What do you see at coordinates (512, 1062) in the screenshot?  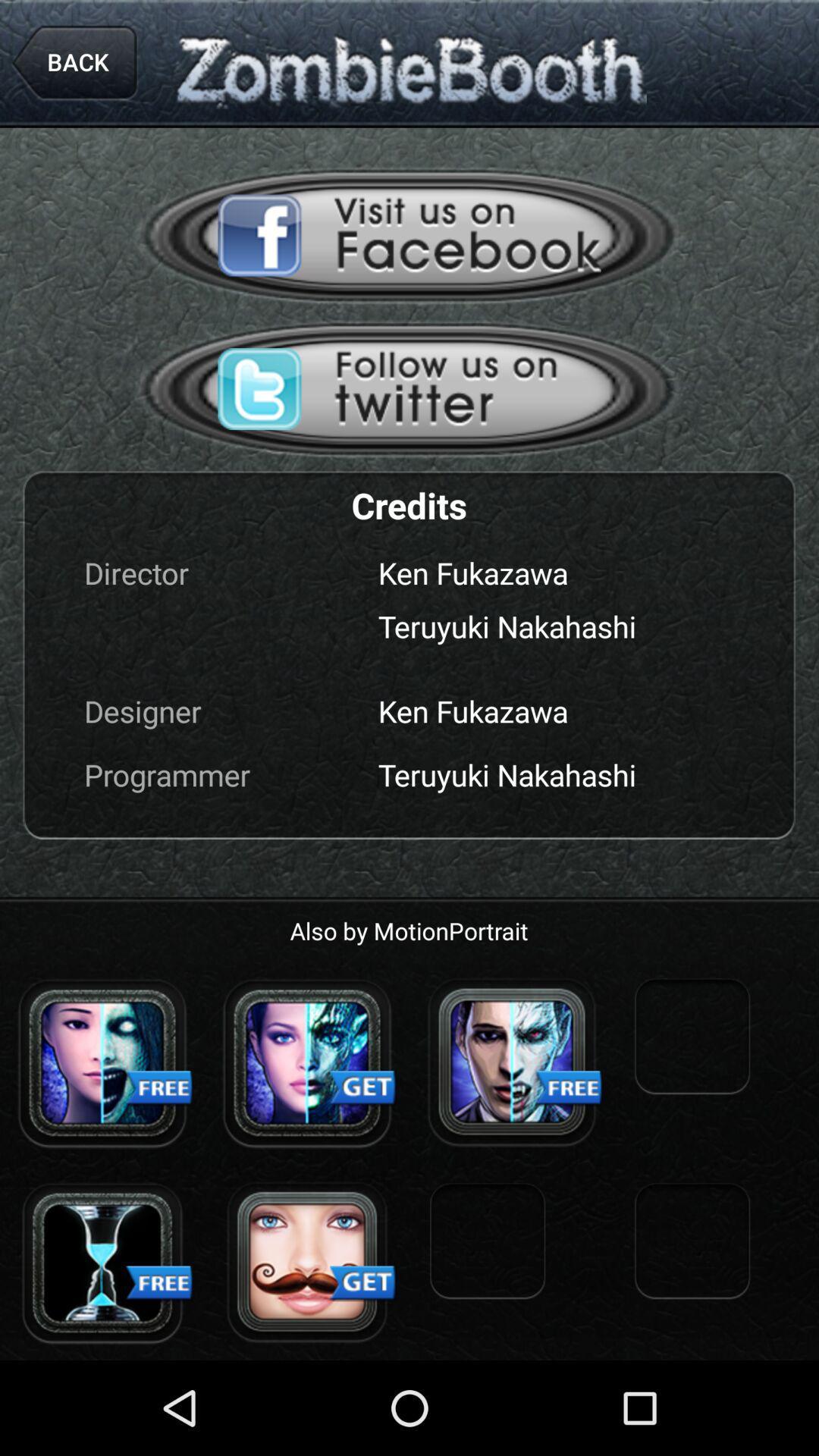 I see `mode` at bounding box center [512, 1062].